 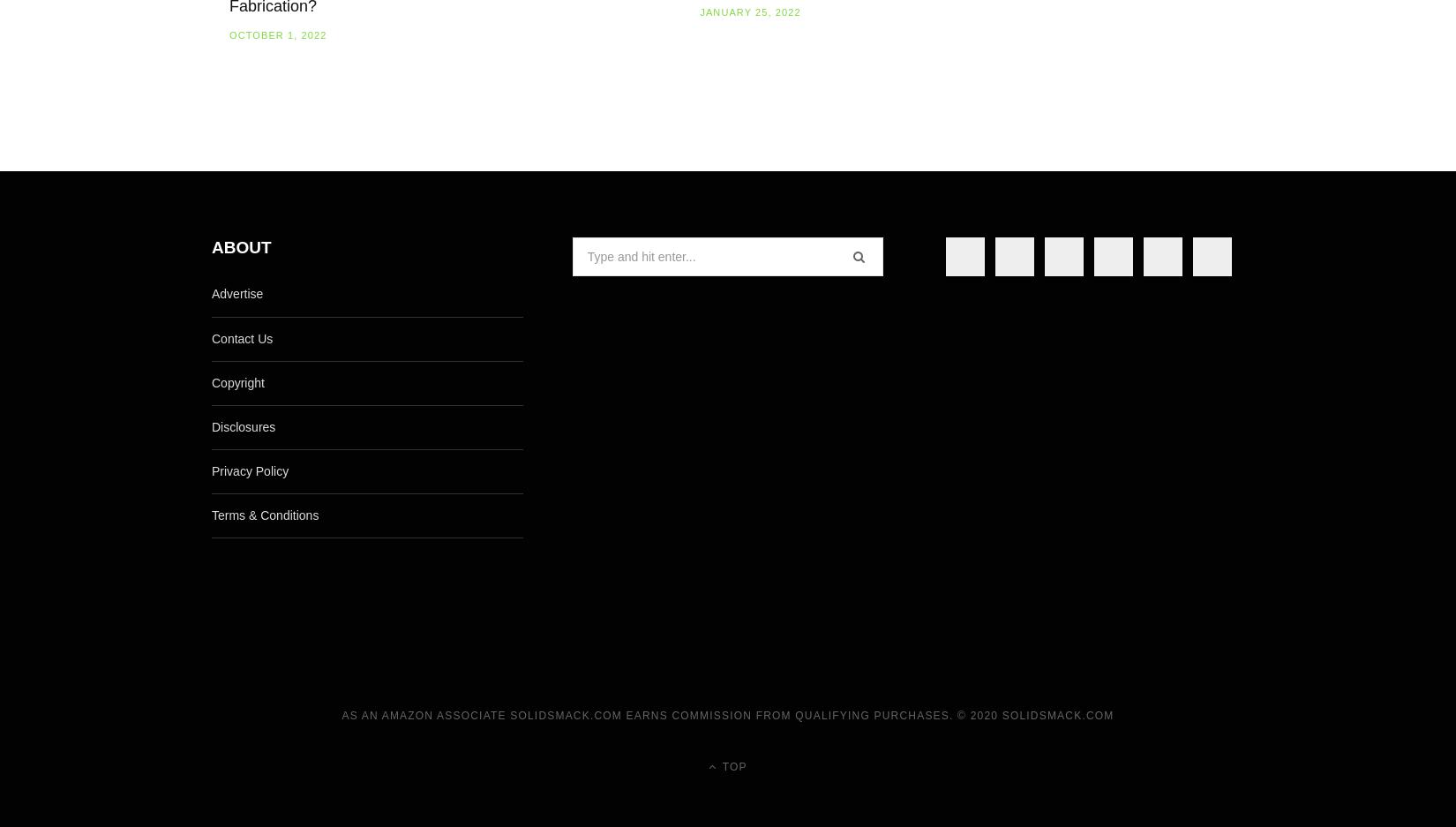 I want to click on 'Top', so click(x=732, y=765).